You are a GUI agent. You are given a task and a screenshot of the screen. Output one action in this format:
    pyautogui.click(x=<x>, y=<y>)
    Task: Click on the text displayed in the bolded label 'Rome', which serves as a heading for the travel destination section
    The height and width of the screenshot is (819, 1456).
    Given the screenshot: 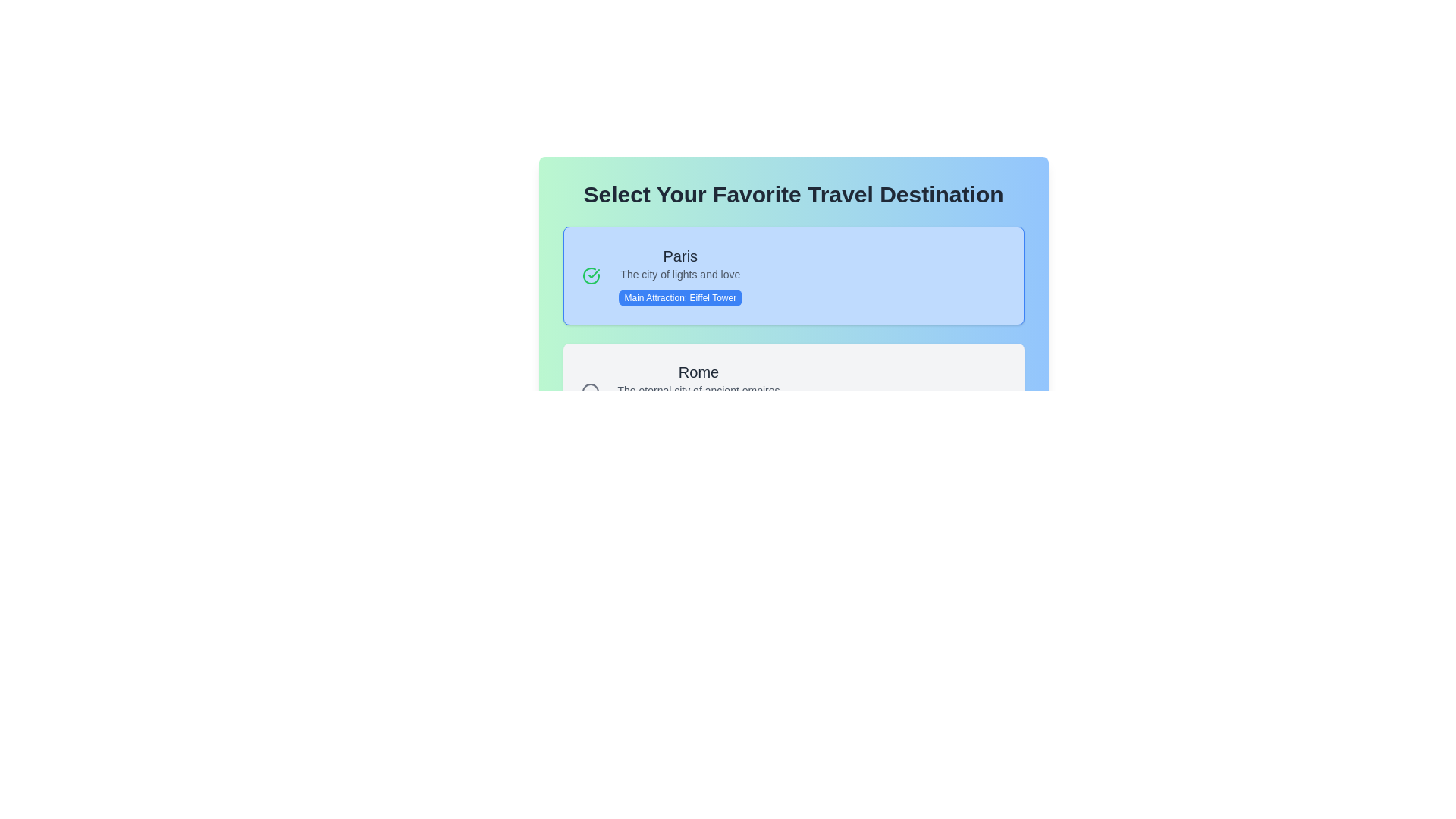 What is the action you would take?
    pyautogui.click(x=698, y=372)
    